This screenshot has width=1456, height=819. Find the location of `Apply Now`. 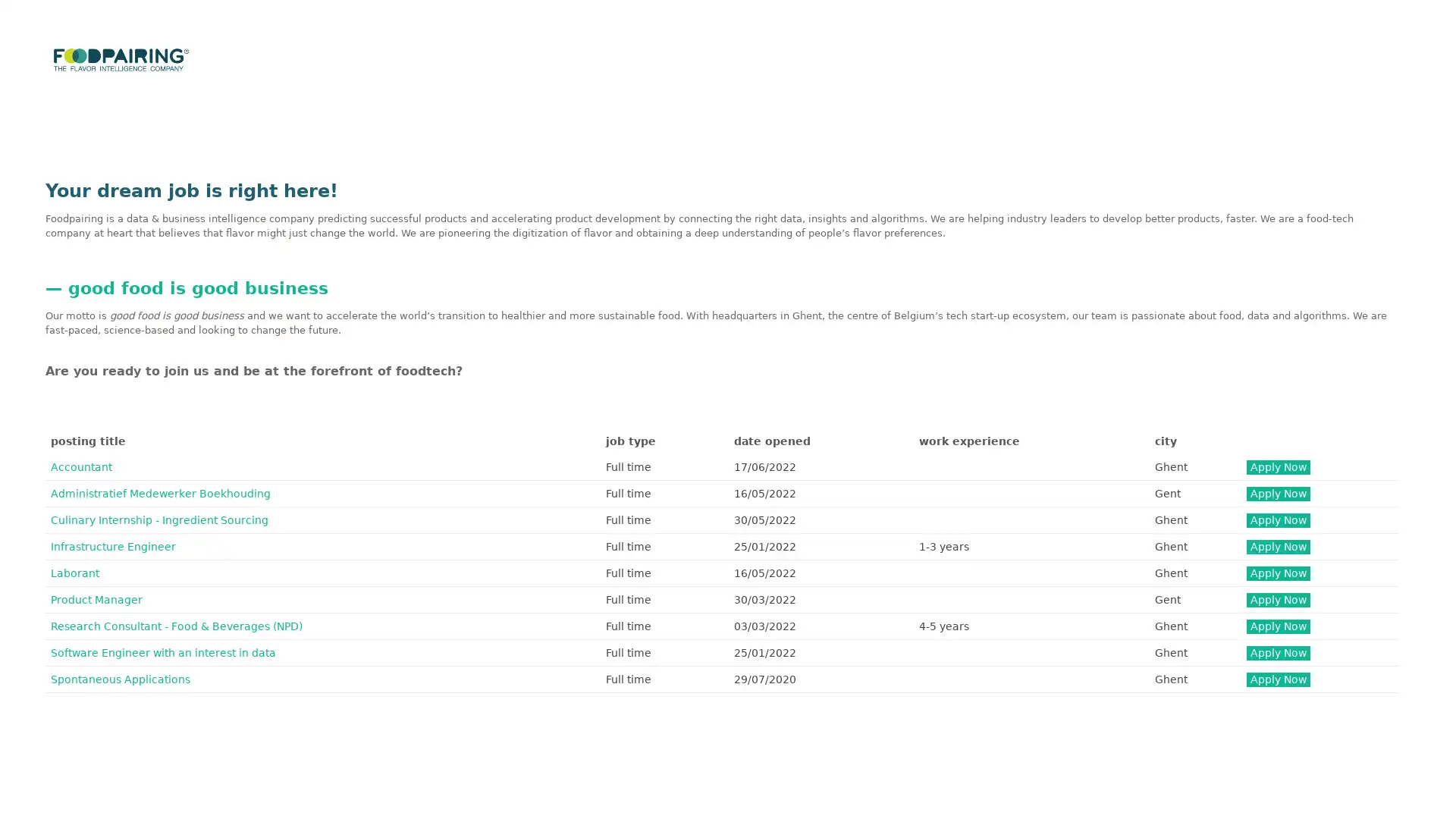

Apply Now is located at coordinates (1276, 519).